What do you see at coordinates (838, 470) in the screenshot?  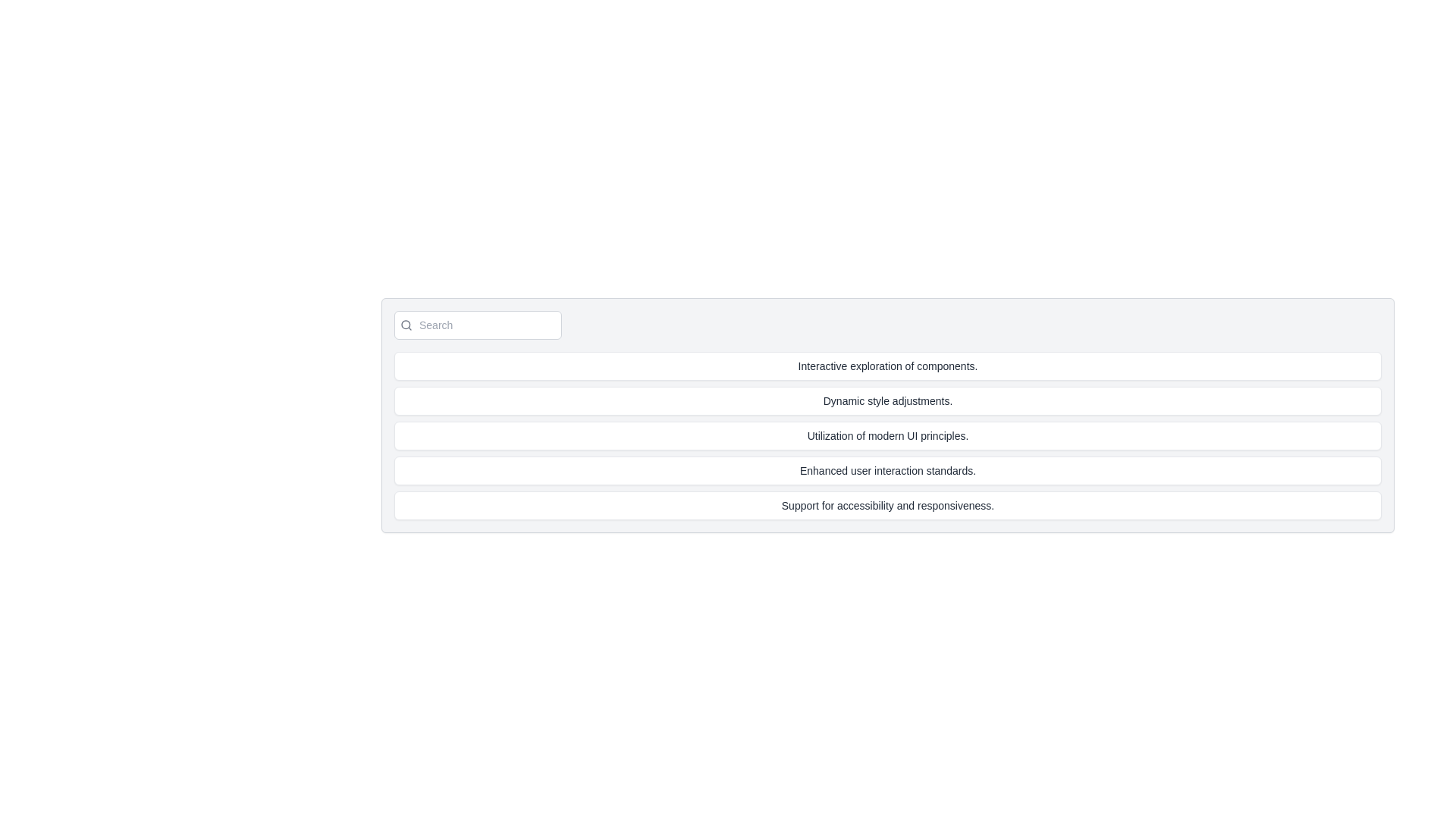 I see `the static text element representing the character 'e' in the word 'Enhanced', which is the second letter of the word in the phrase 'Enhanced user interaction standards.'` at bounding box center [838, 470].